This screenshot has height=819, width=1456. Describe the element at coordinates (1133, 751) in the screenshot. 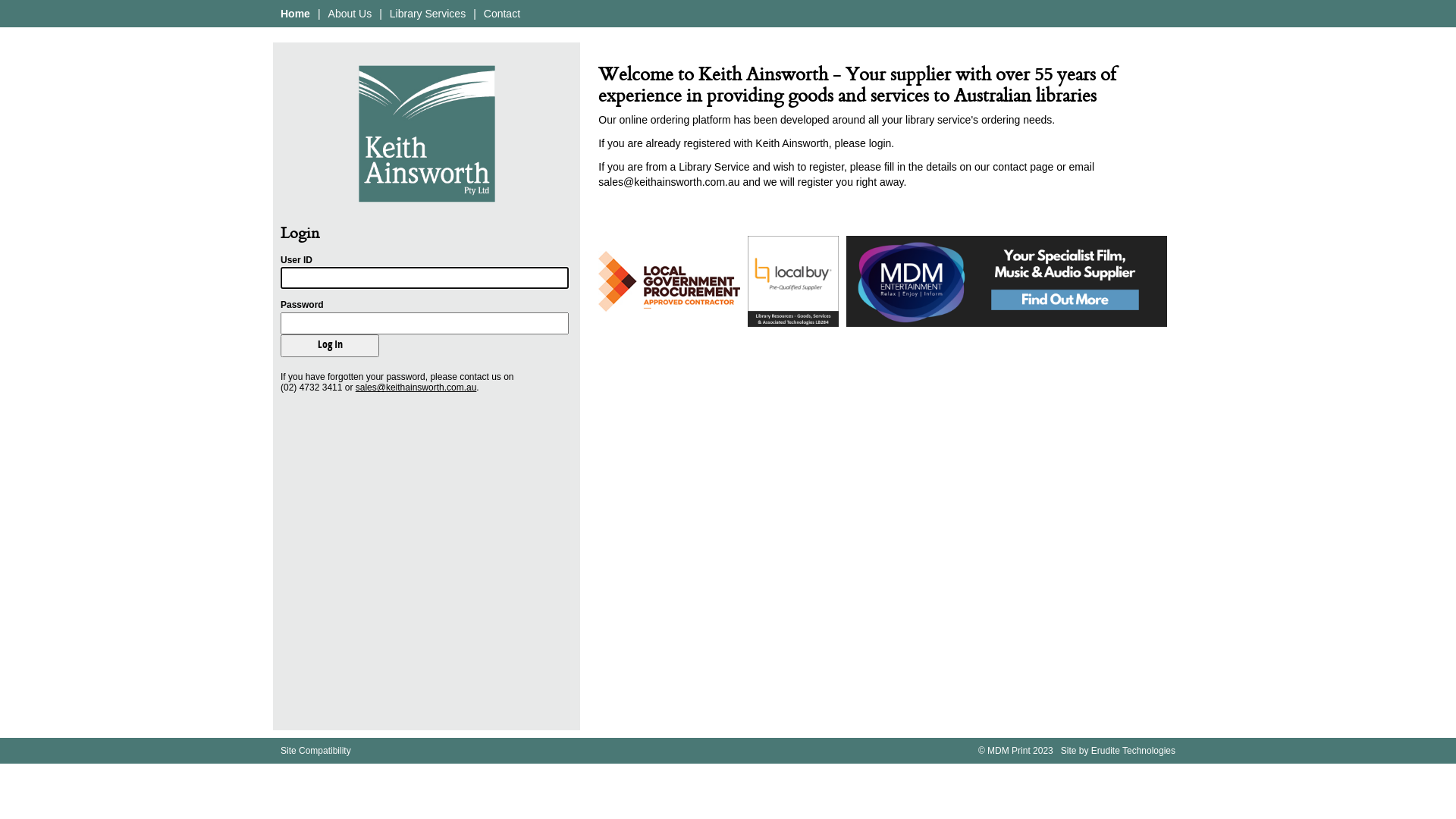

I see `'Erudite Technologies'` at that location.